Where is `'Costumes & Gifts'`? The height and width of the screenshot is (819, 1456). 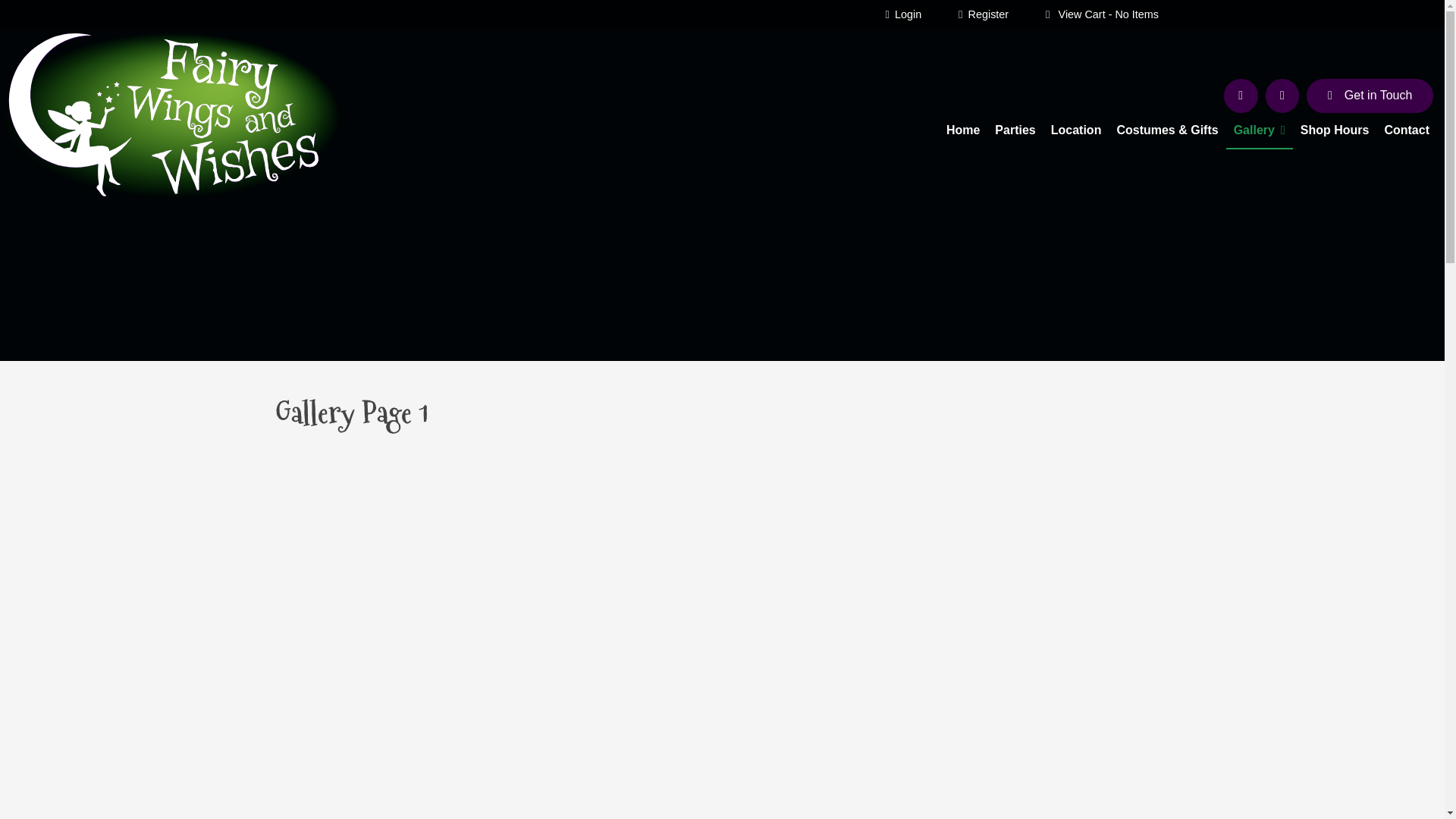
'Costumes & Gifts' is located at coordinates (1166, 130).